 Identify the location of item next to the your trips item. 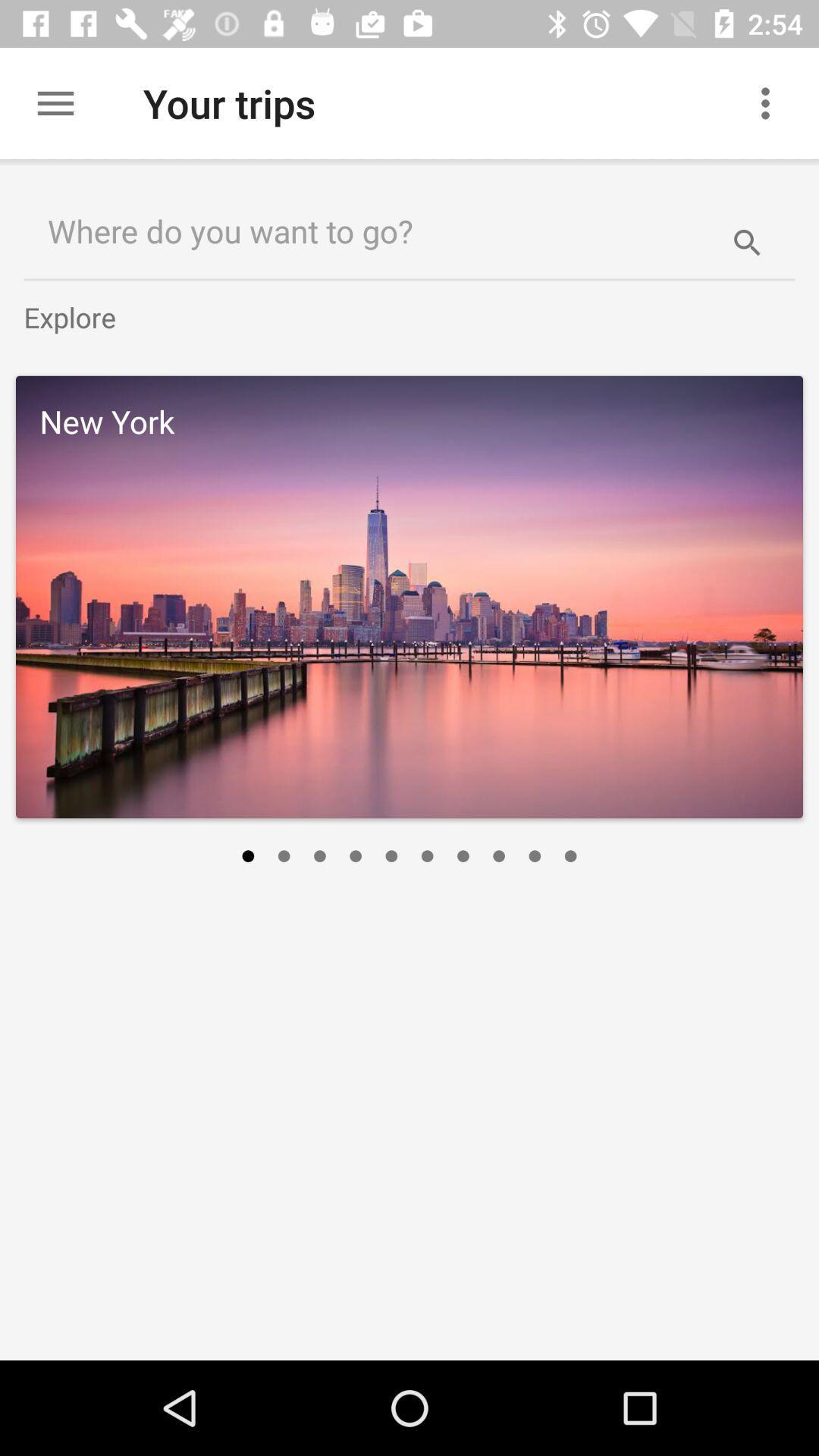
(55, 102).